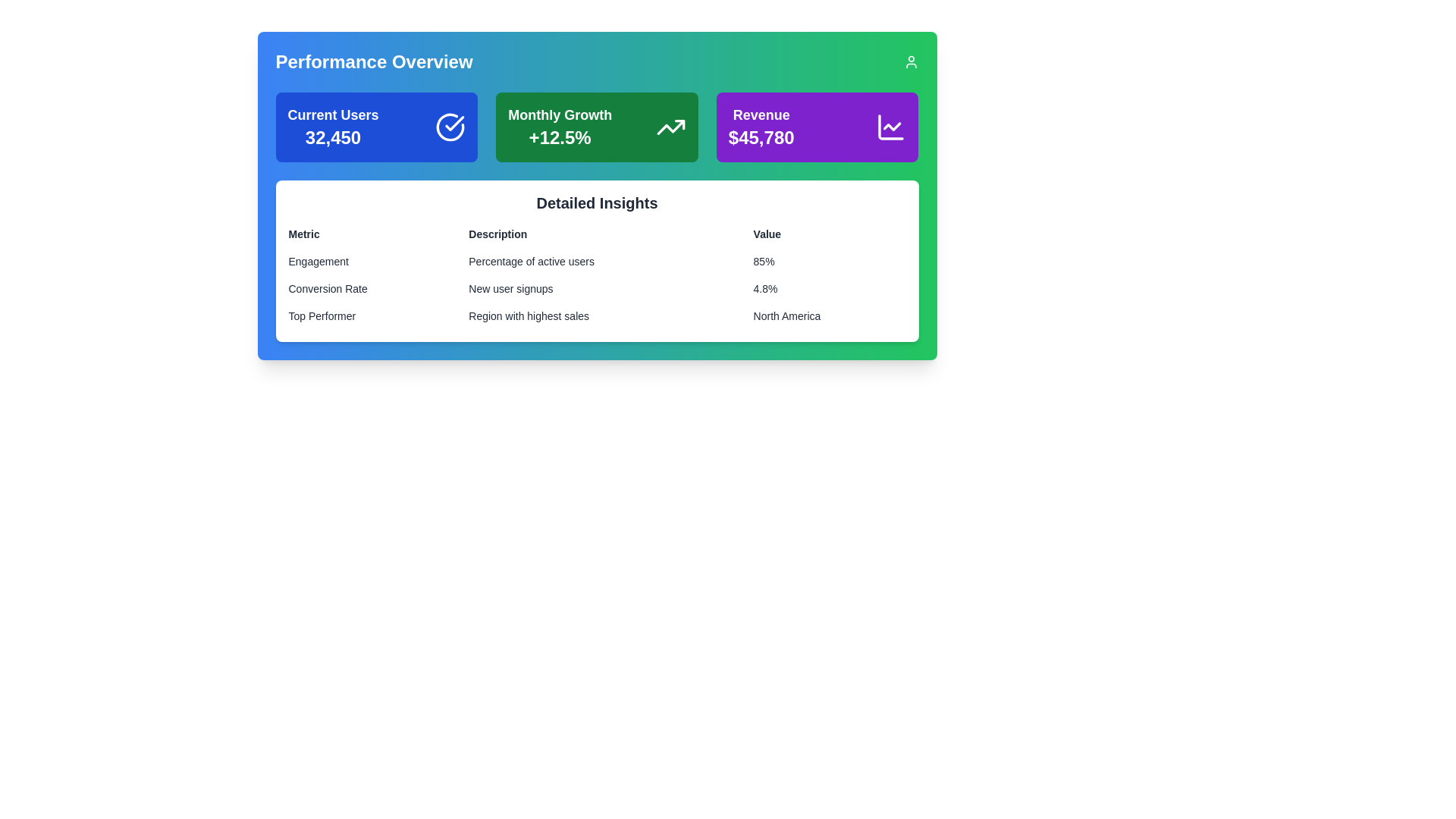 Image resolution: width=1456 pixels, height=819 pixels. What do you see at coordinates (559, 114) in the screenshot?
I see `the 'Monthly Growth' text label, which is bold and slightly larger than nearby text, situated on a green rectangular background` at bounding box center [559, 114].